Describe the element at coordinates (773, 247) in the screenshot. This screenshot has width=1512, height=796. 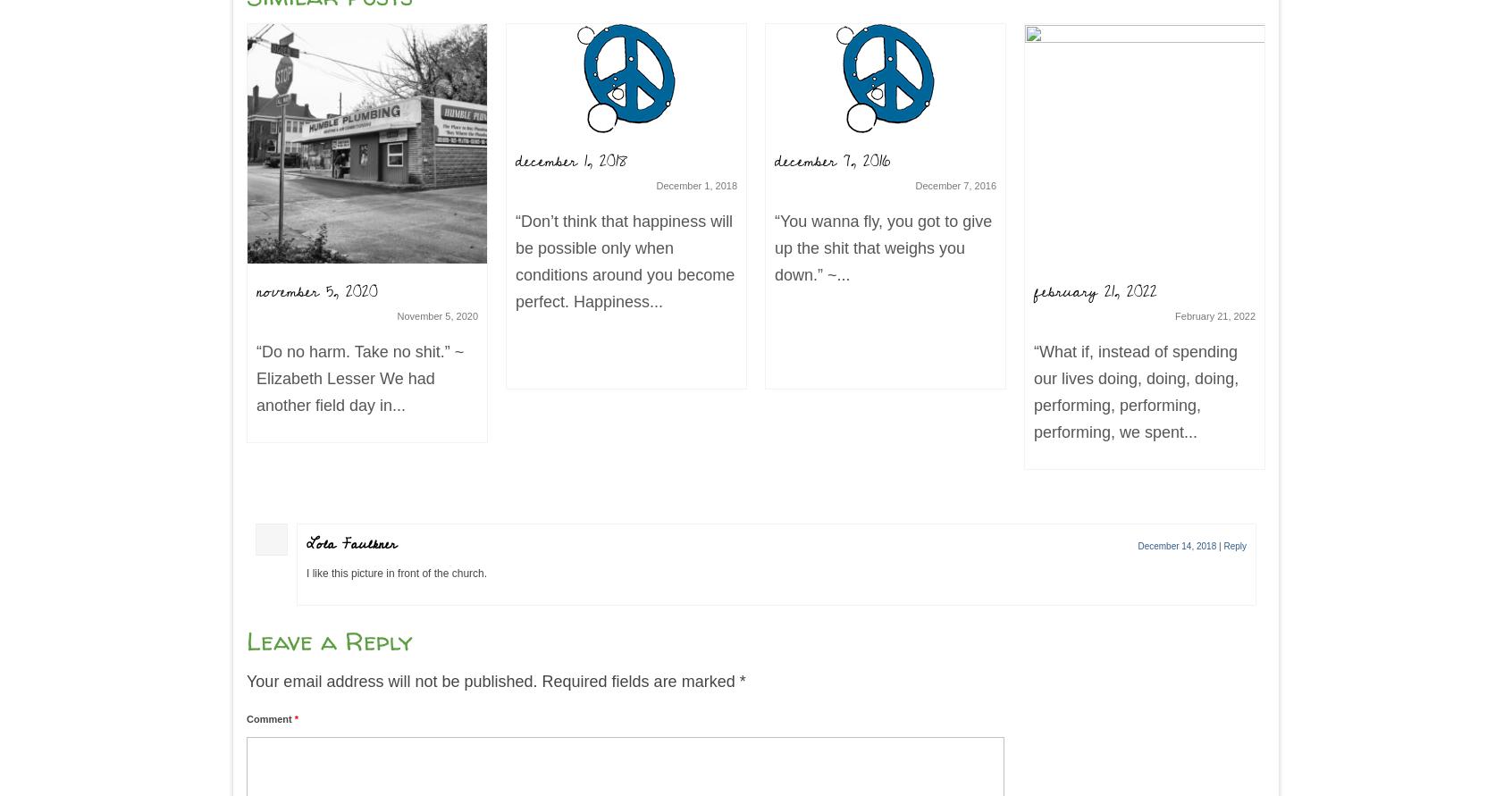
I see `'“You wanna fly, you got to give up the shit that weighs you down.” ~...'` at that location.